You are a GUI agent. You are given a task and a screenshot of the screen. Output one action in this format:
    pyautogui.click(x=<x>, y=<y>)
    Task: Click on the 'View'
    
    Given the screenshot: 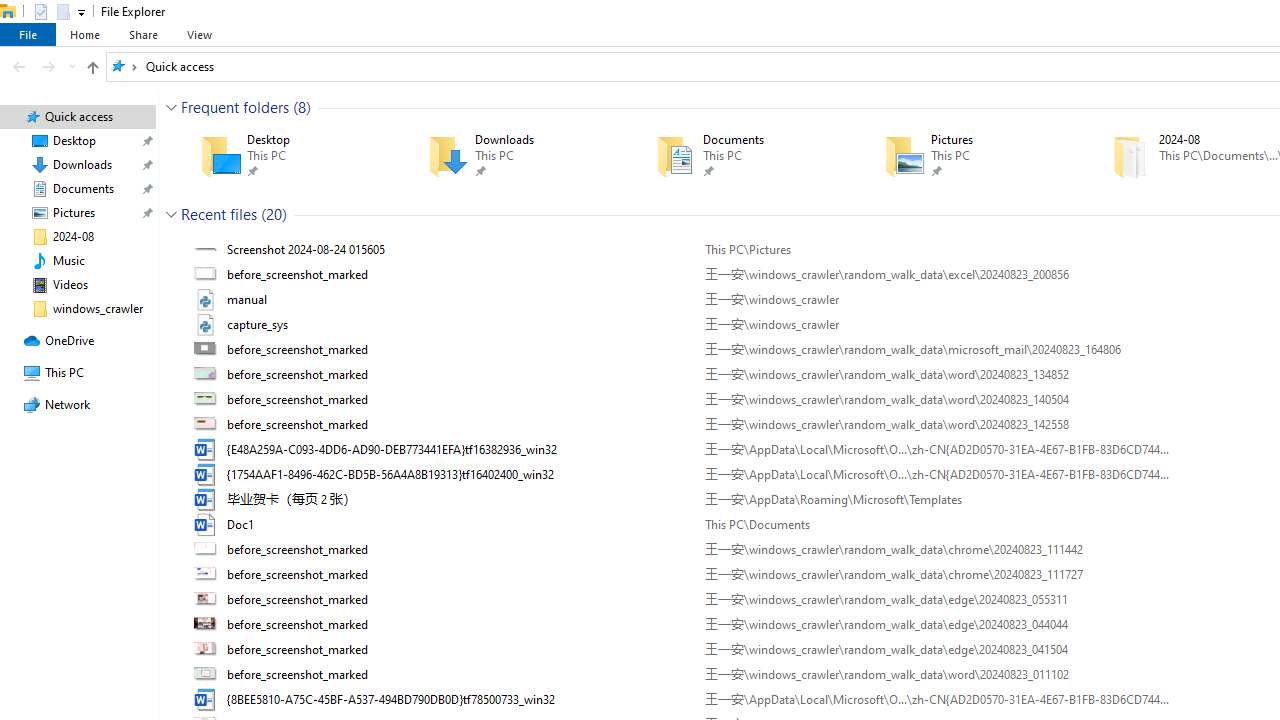 What is the action you would take?
    pyautogui.click(x=199, y=34)
    